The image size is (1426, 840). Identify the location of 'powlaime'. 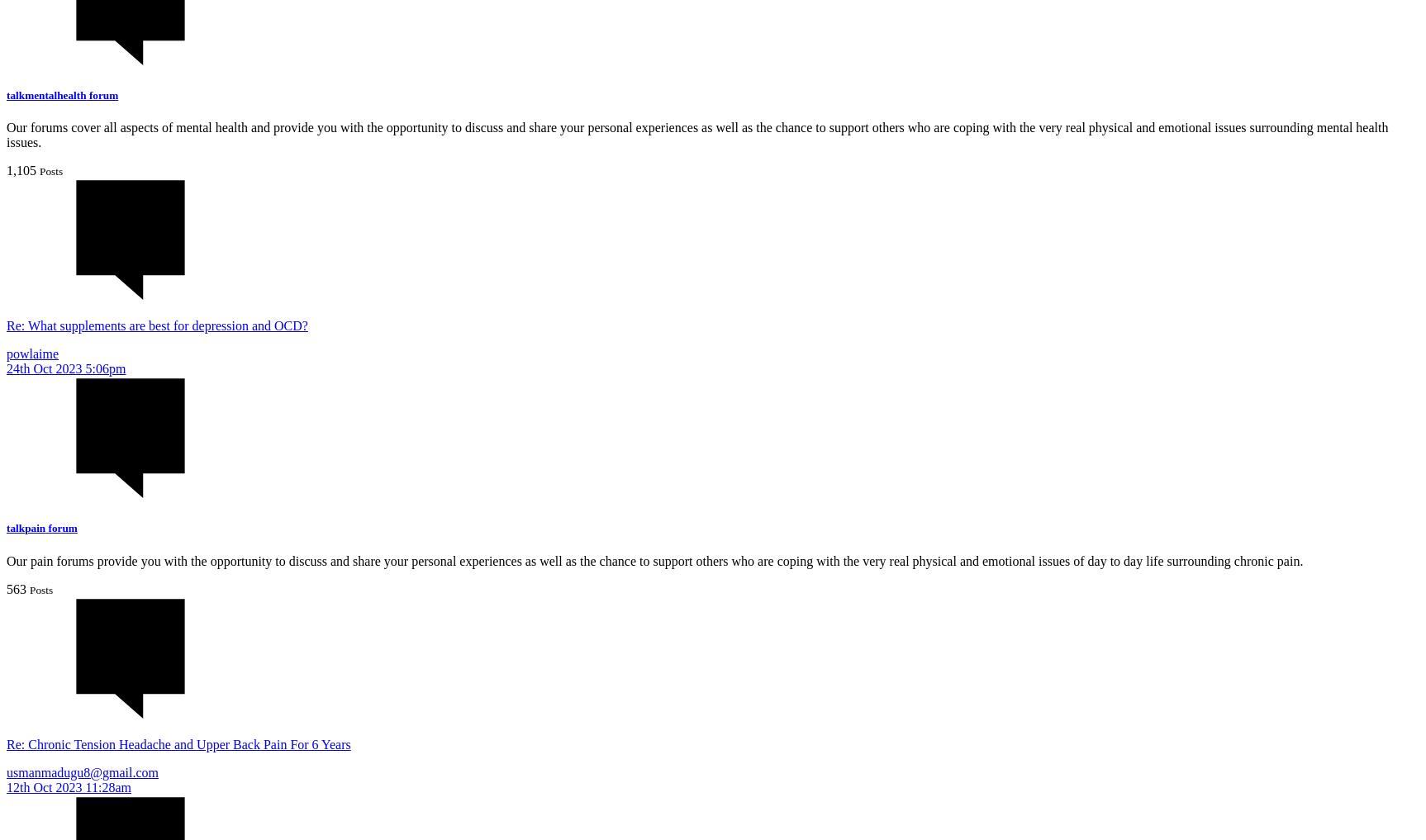
(32, 354).